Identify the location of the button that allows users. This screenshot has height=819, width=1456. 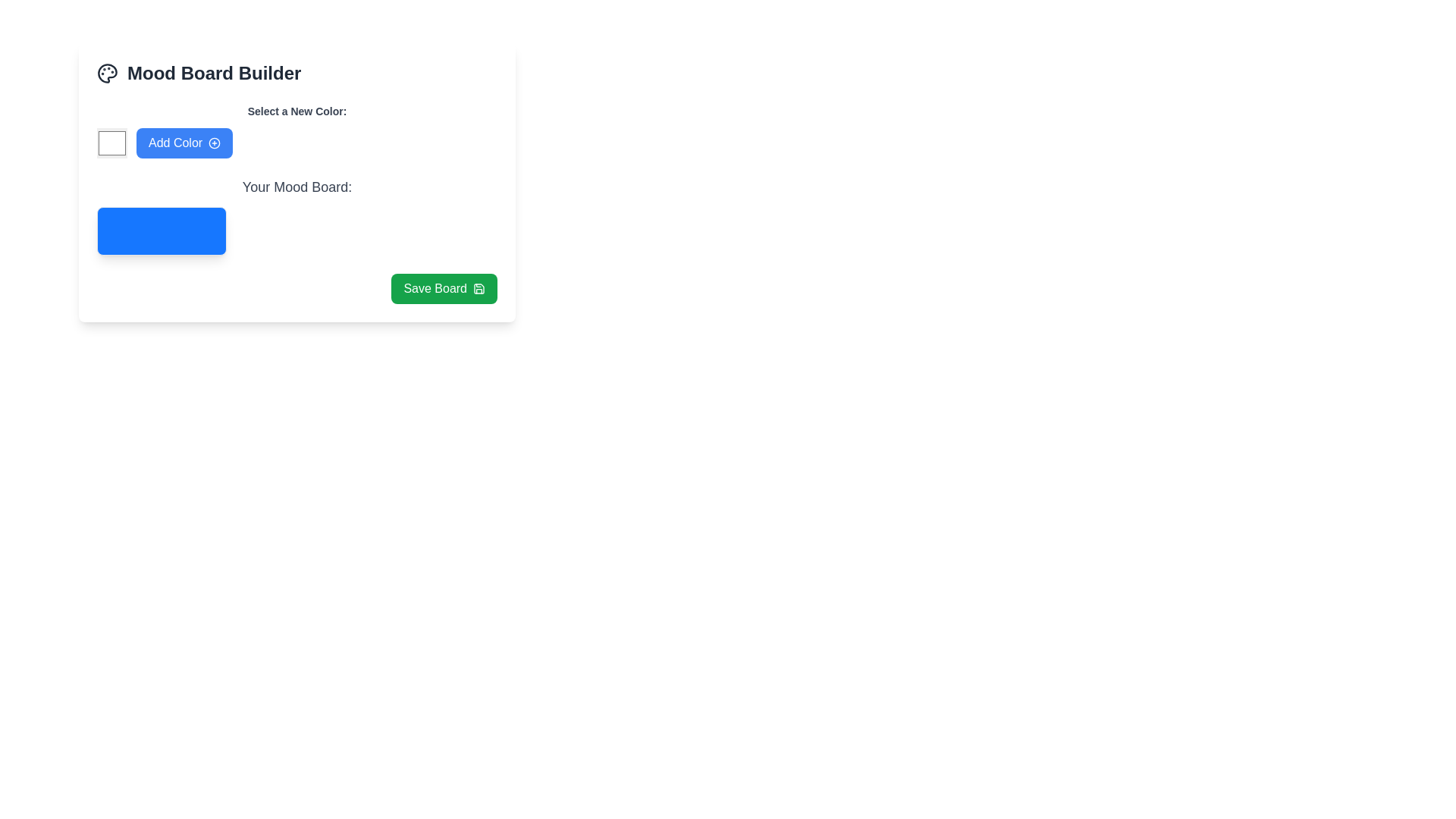
(184, 143).